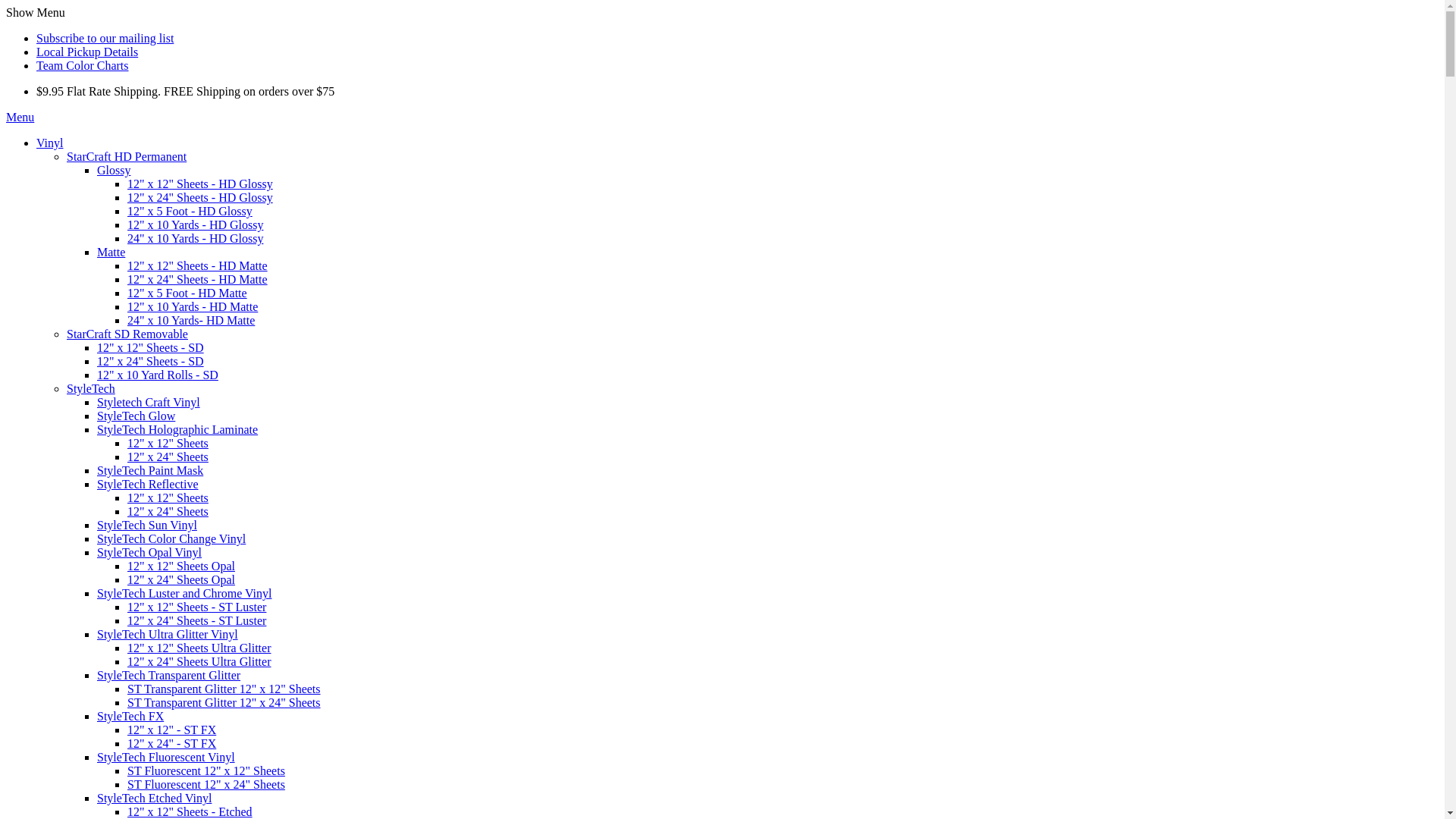 This screenshot has width=1456, height=819. I want to click on 'Subscribe to our mailing list', so click(104, 37).